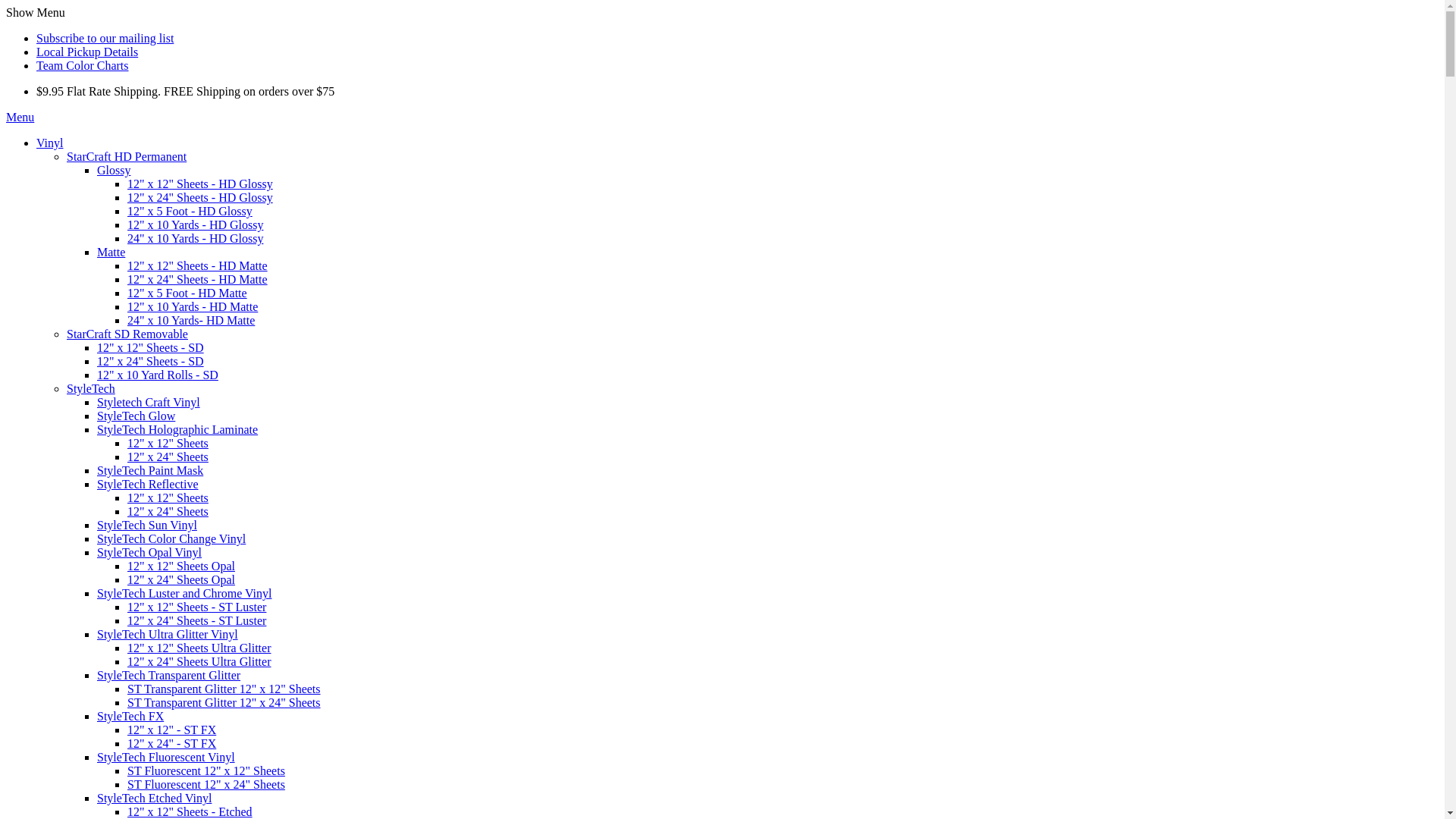 This screenshot has width=1456, height=819. I want to click on 'Subscribe to our mailing list', so click(104, 37).